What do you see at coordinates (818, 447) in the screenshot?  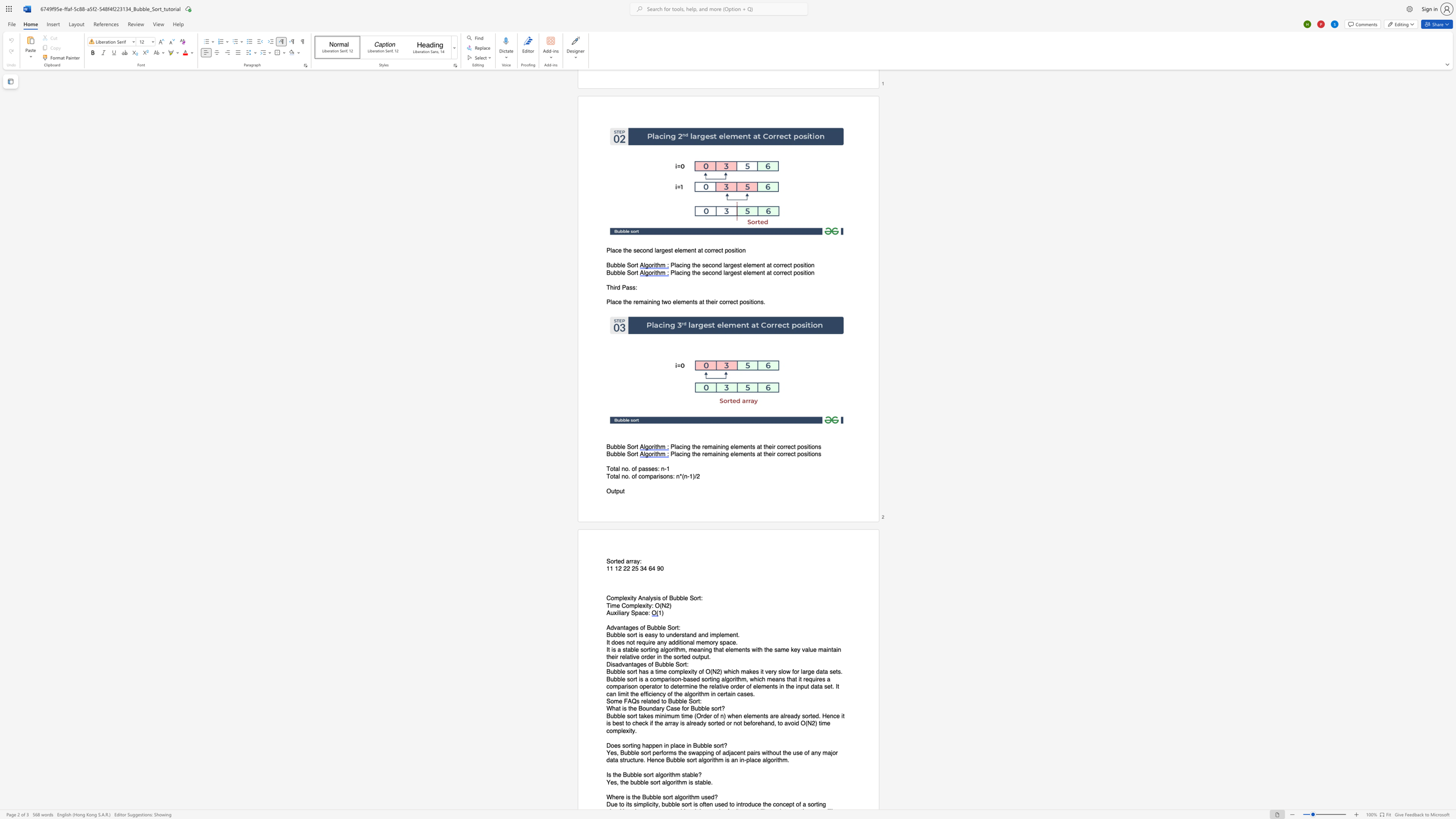 I see `the space between the continuous character "n" and "s" in the text` at bounding box center [818, 447].